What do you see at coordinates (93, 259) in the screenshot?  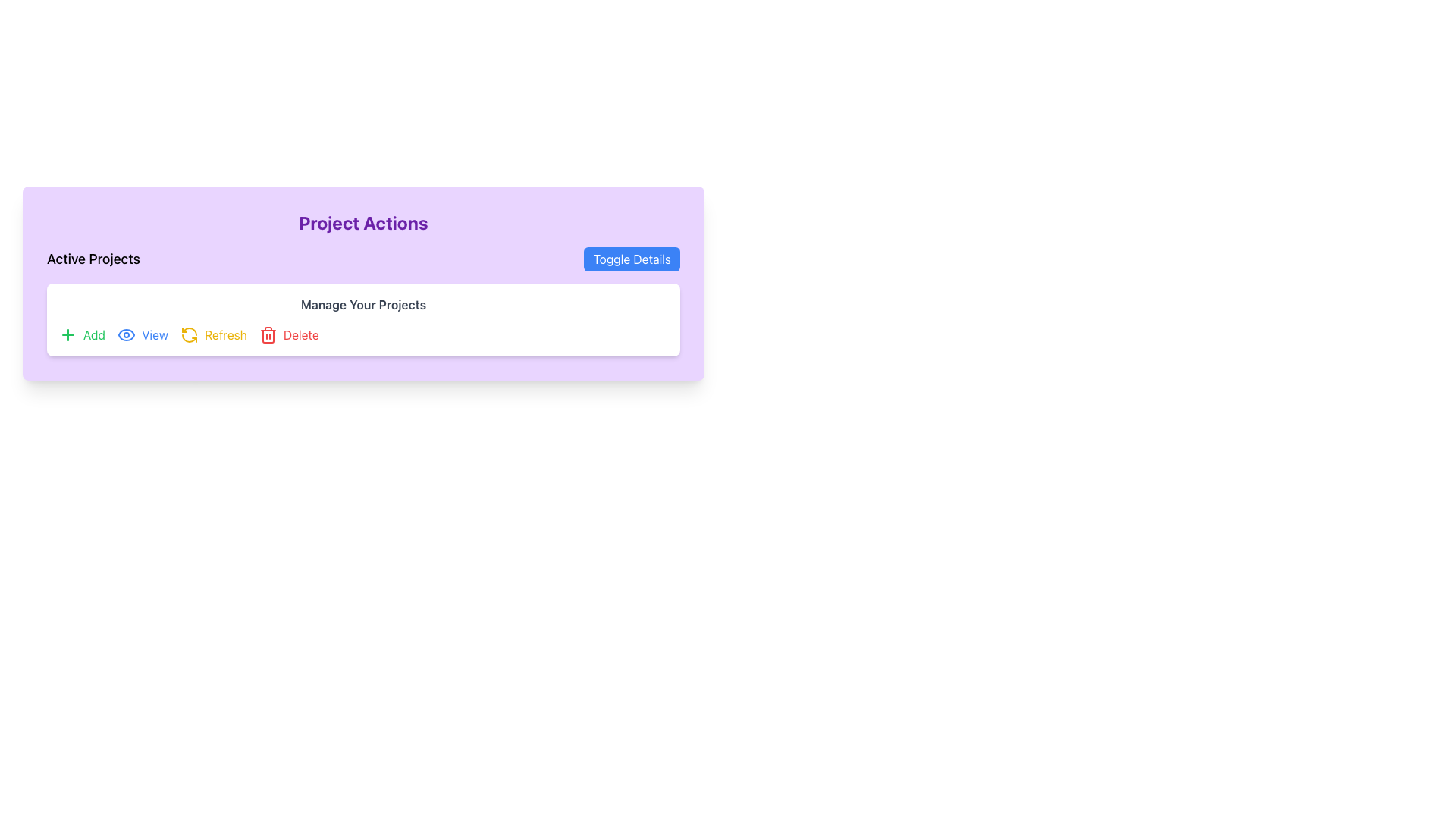 I see `the text label indicating currently active projects` at bounding box center [93, 259].